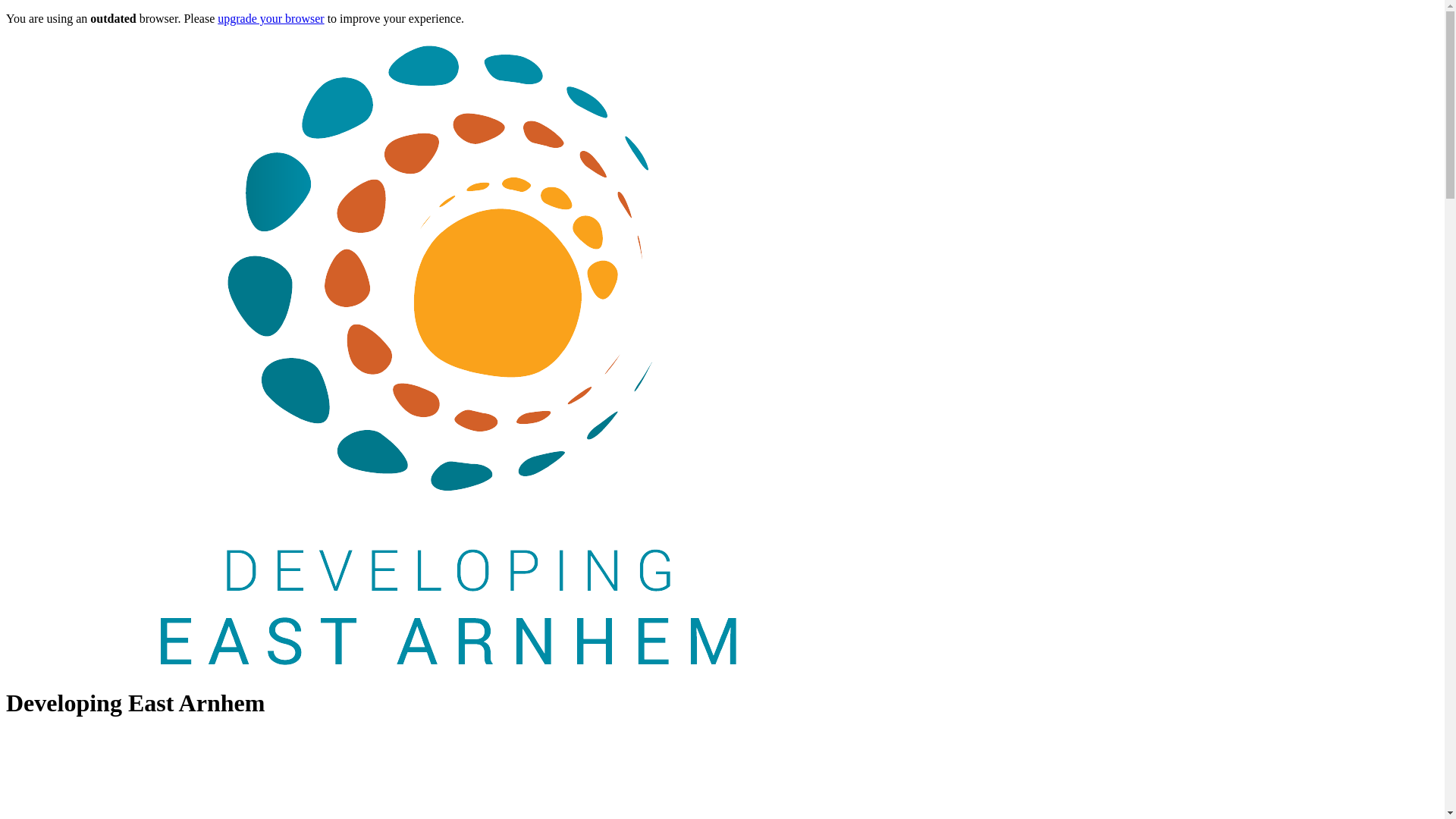 The width and height of the screenshot is (1456, 819). Describe the element at coordinates (270, 18) in the screenshot. I see `'upgrade your browser'` at that location.